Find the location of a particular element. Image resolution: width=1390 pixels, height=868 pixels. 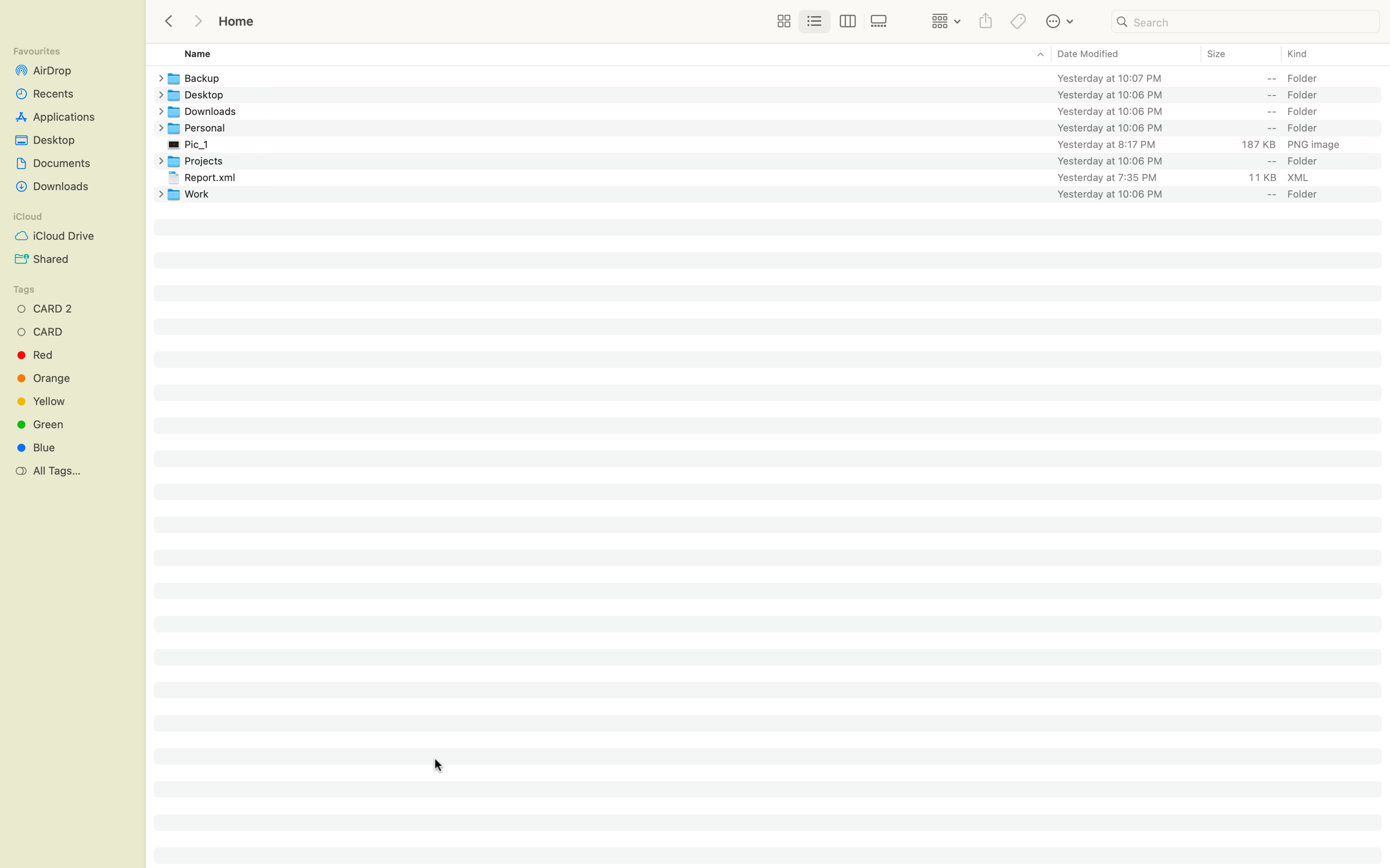

the Work directory and go back to the last visited directory is located at coordinates (777, 193).